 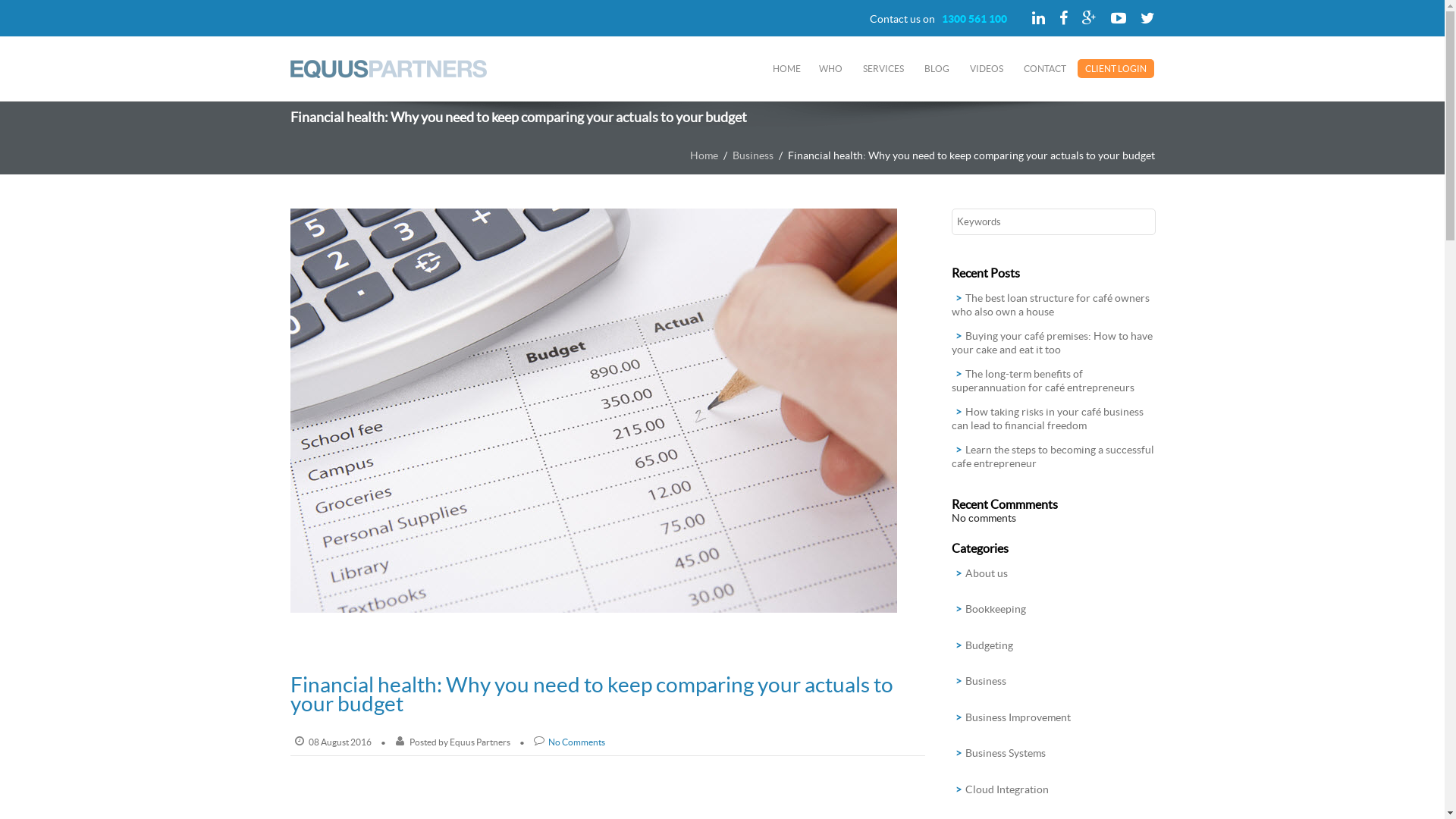 I want to click on 'Business Systems', so click(x=1005, y=752).